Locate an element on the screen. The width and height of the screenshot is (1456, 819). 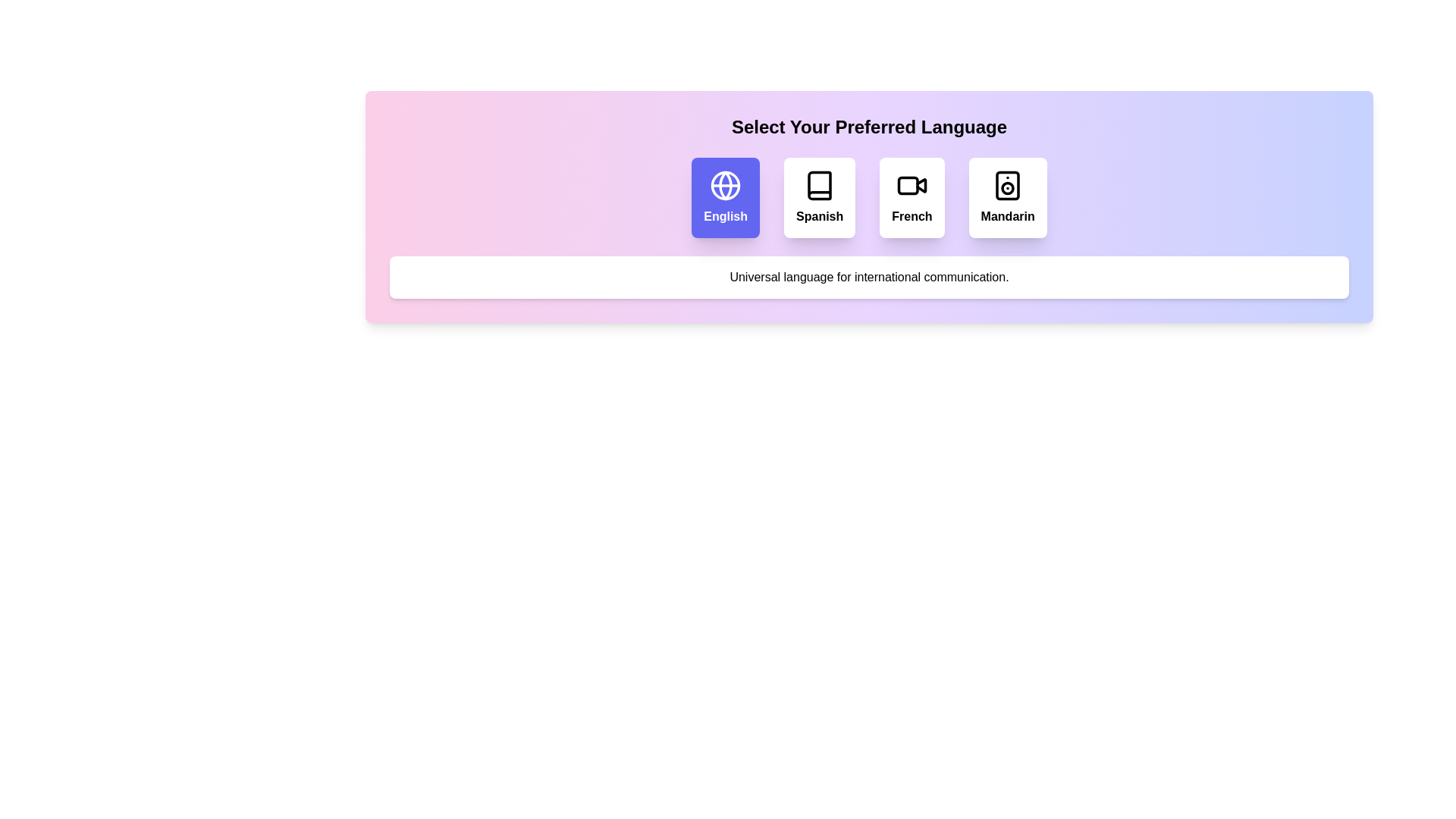
the language option French to observe the interaction feedback is located at coordinates (912, 197).